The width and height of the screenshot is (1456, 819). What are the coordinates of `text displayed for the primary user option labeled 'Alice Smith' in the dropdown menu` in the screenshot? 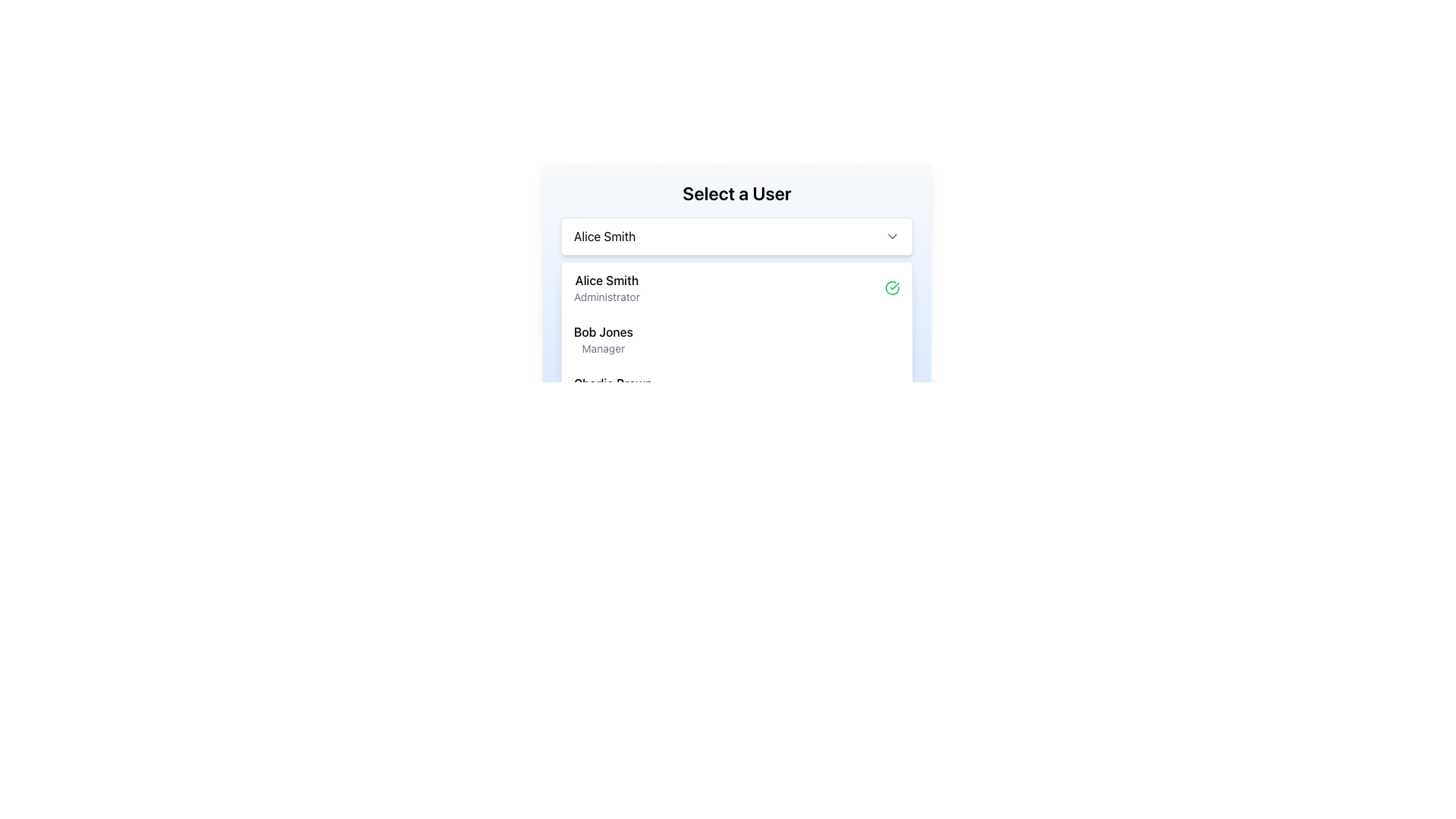 It's located at (607, 281).